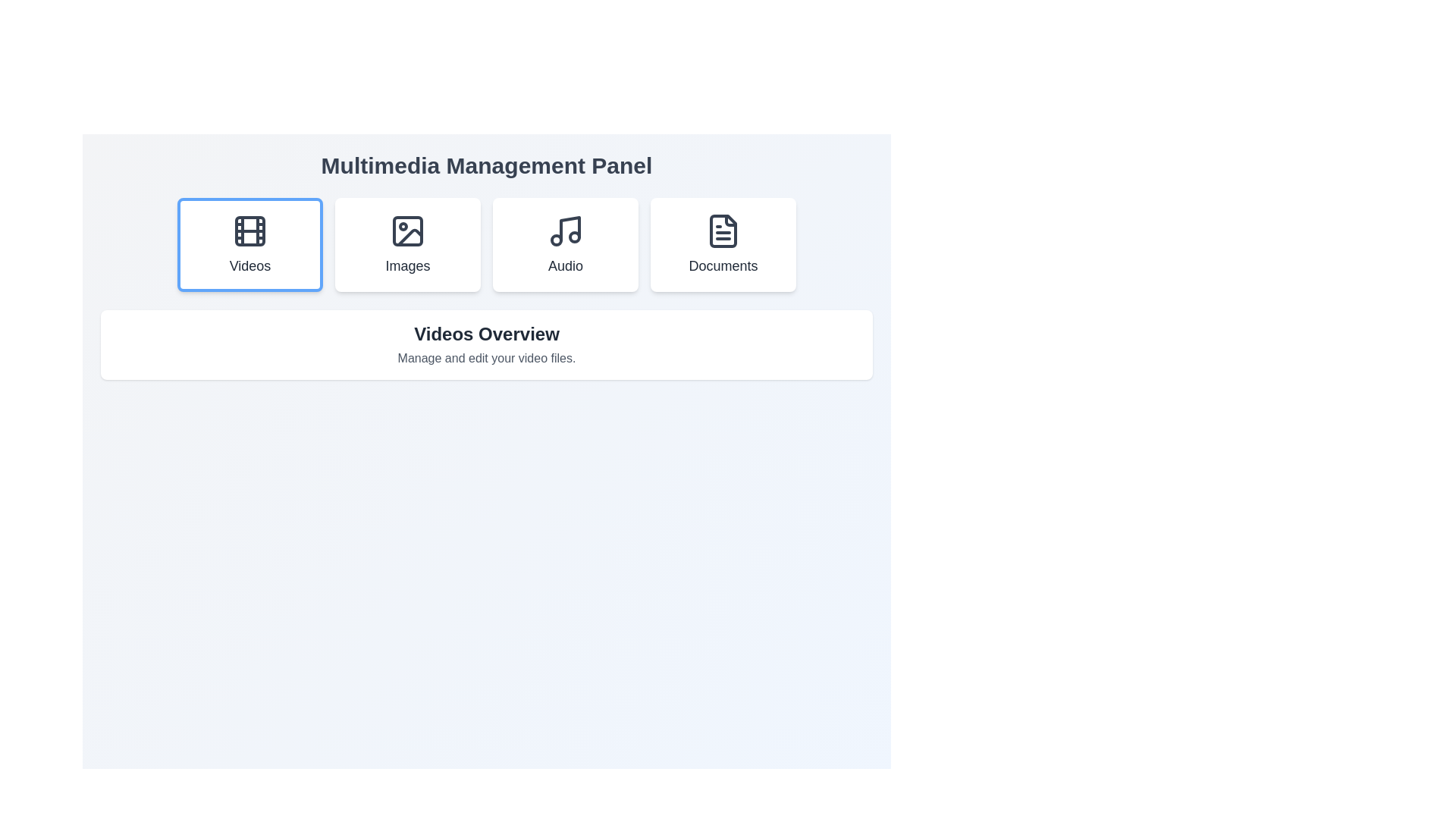  I want to click on the icon at the top part of the 'Videos' card, which is located in the first card on the left in the grid layout, to interact with the associated functionality, so click(250, 231).